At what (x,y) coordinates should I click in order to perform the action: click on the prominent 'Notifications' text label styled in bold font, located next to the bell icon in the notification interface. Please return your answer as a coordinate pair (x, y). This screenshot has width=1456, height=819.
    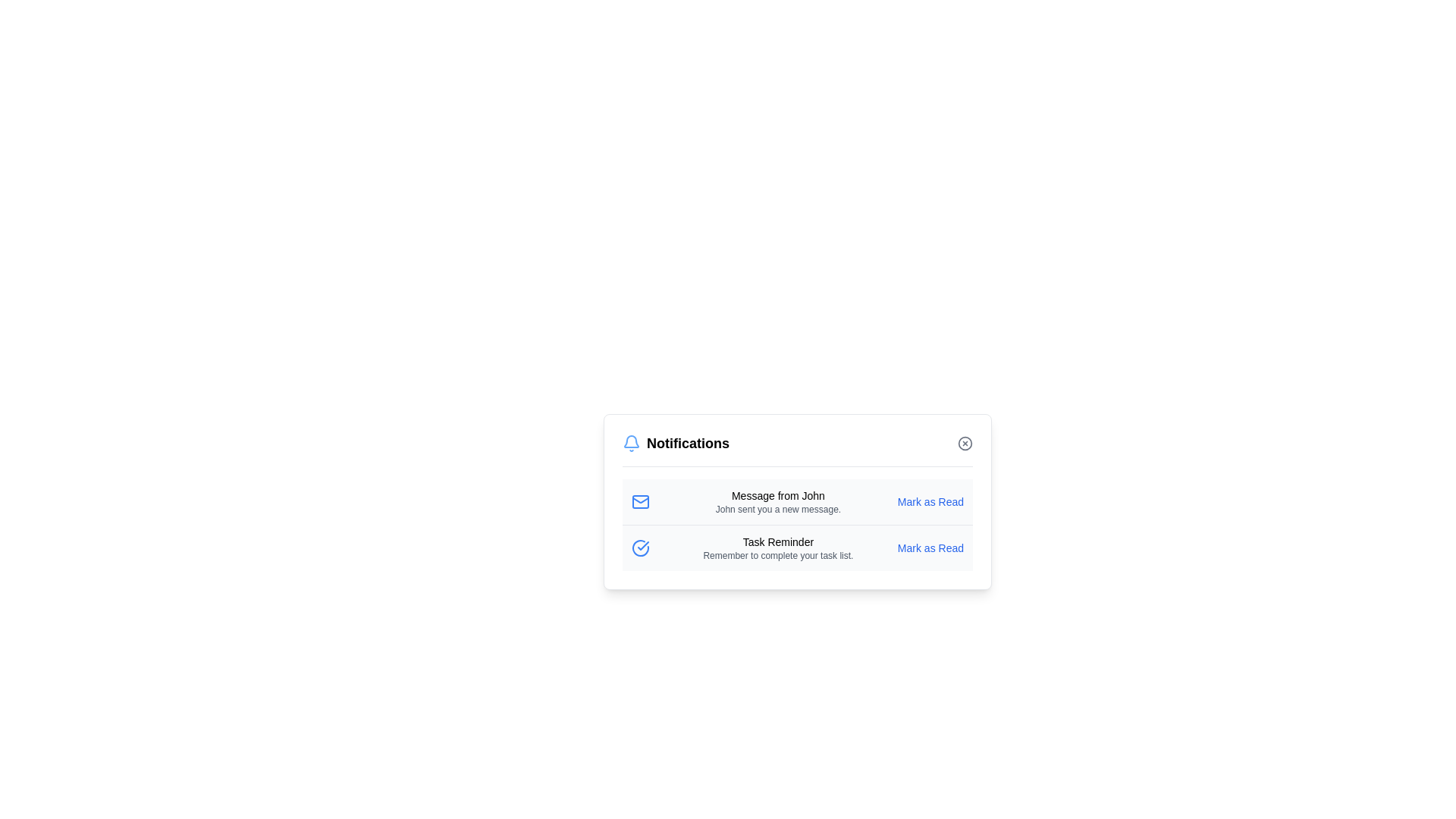
    Looking at the image, I should click on (687, 444).